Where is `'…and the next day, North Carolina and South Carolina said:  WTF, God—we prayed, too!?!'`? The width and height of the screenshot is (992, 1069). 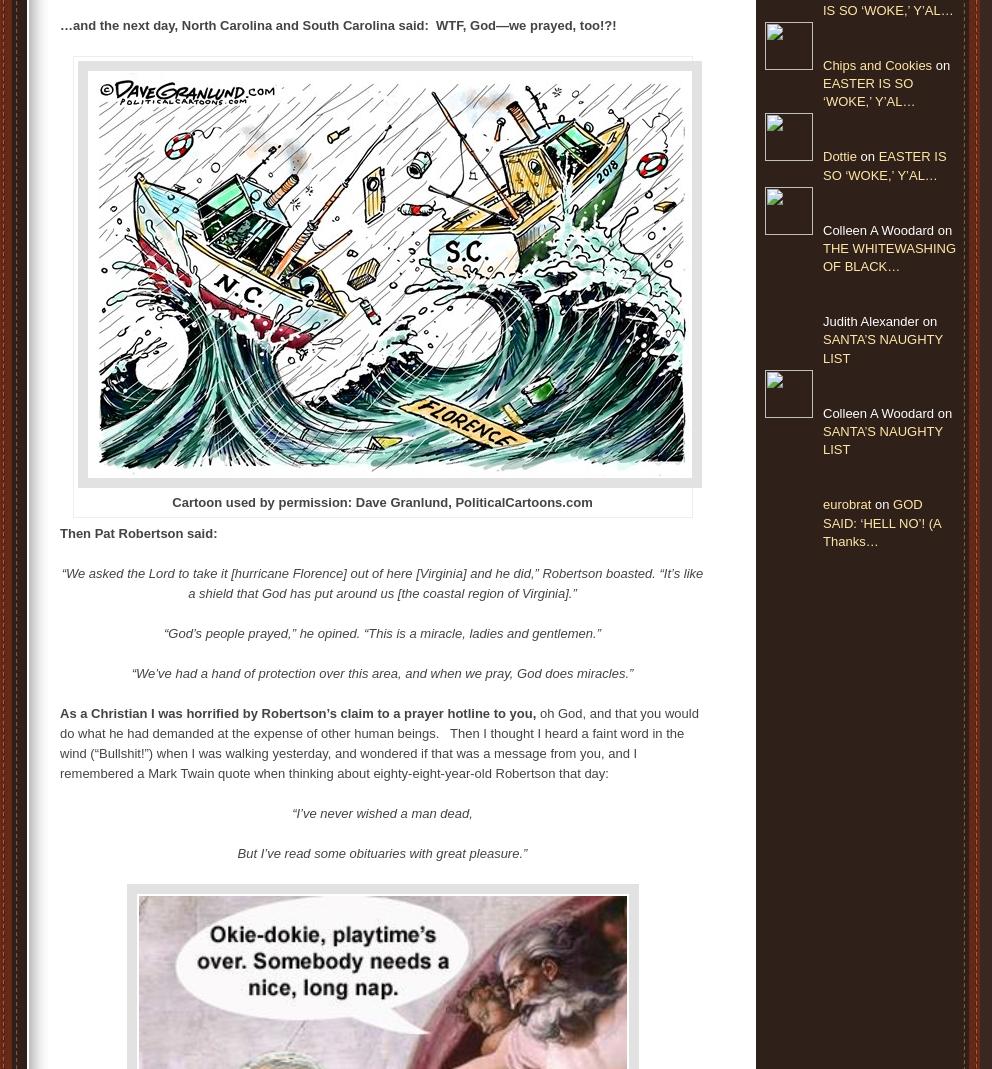 '…and the next day, North Carolina and South Carolina said:  WTF, God—we prayed, too!?!' is located at coordinates (60, 24).